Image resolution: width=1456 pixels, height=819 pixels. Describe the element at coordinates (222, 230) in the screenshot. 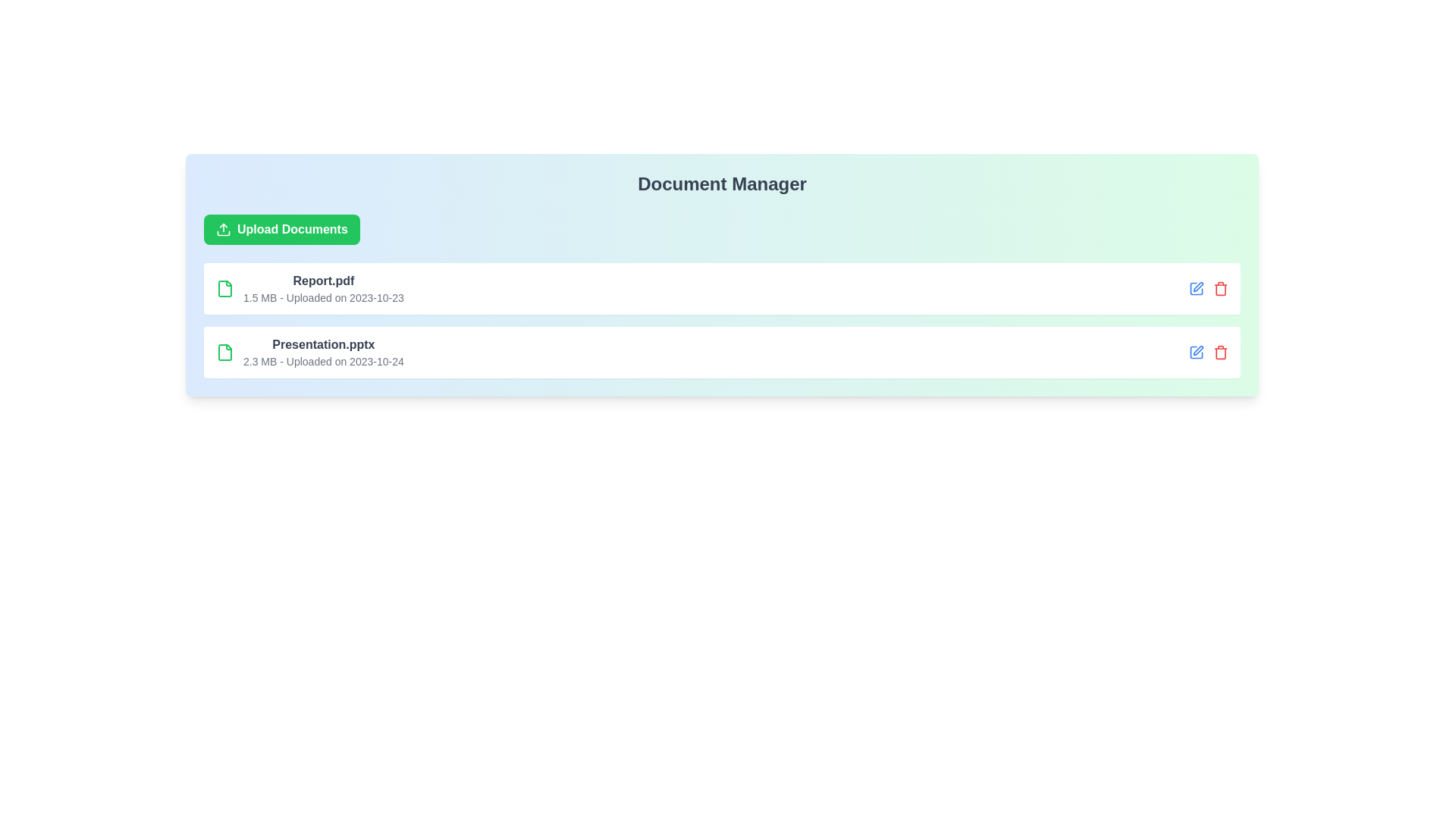

I see `the decorative upload icon located to the left of the 'Upload Documents' button, which features an upward arrow in a minimalistic design, situated within a green rectangular button in the file upload interface` at that location.